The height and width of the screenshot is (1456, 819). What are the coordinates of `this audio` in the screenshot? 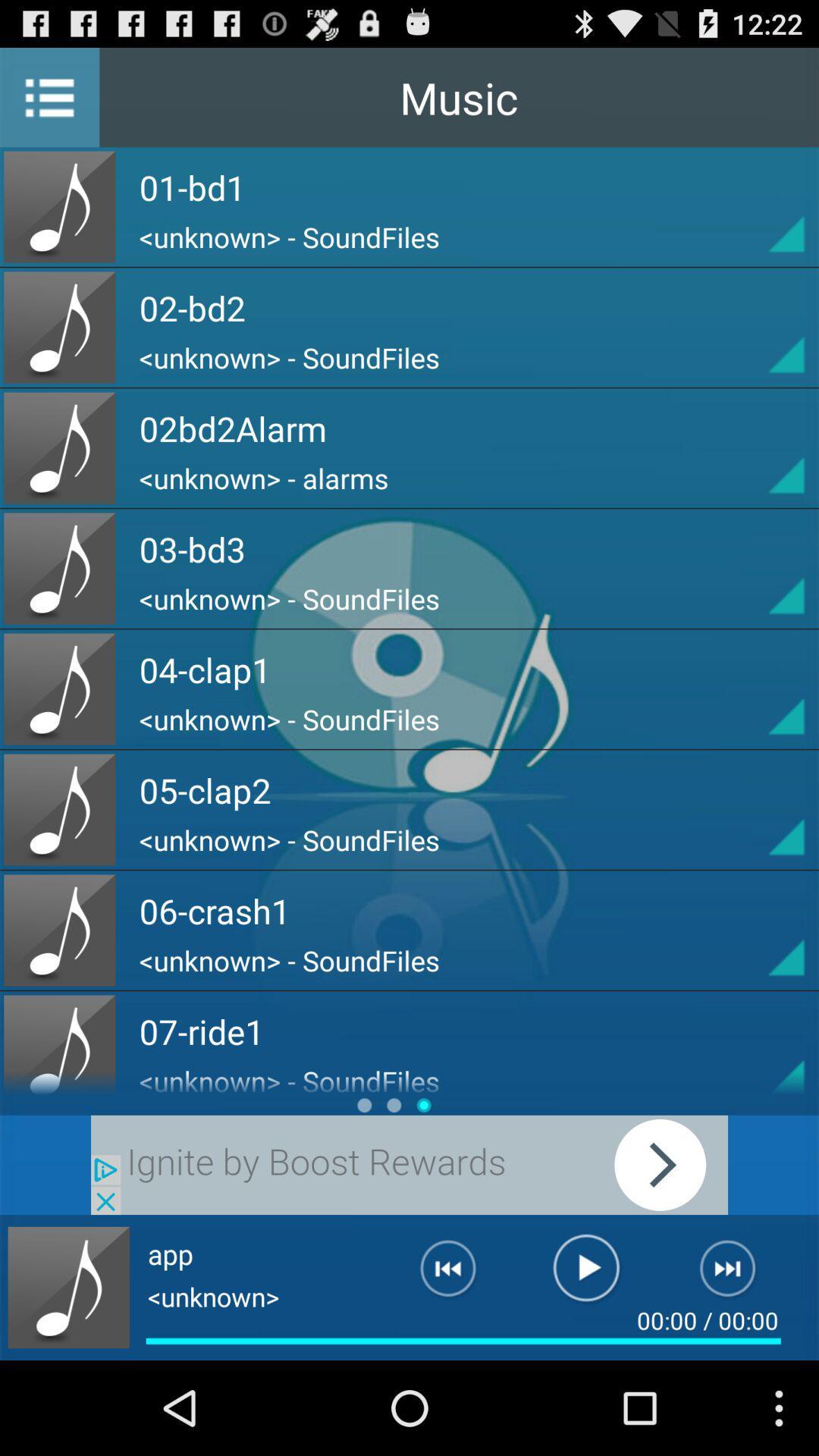 It's located at (759, 688).